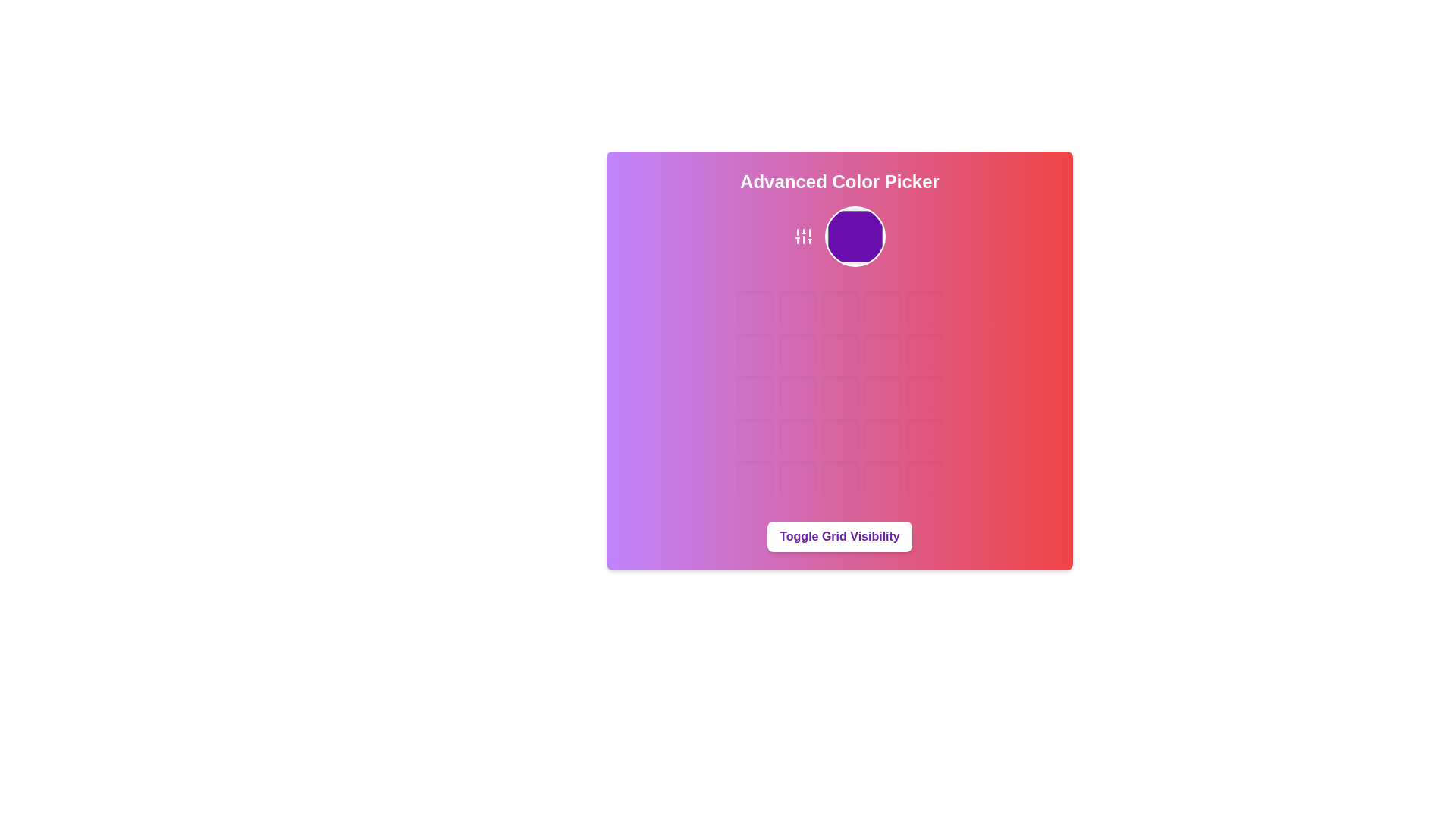  I want to click on the square-shaped button in the first column of the fourth row of the grid in the 'Advanced Color Picker' modal dialog, so click(755, 436).